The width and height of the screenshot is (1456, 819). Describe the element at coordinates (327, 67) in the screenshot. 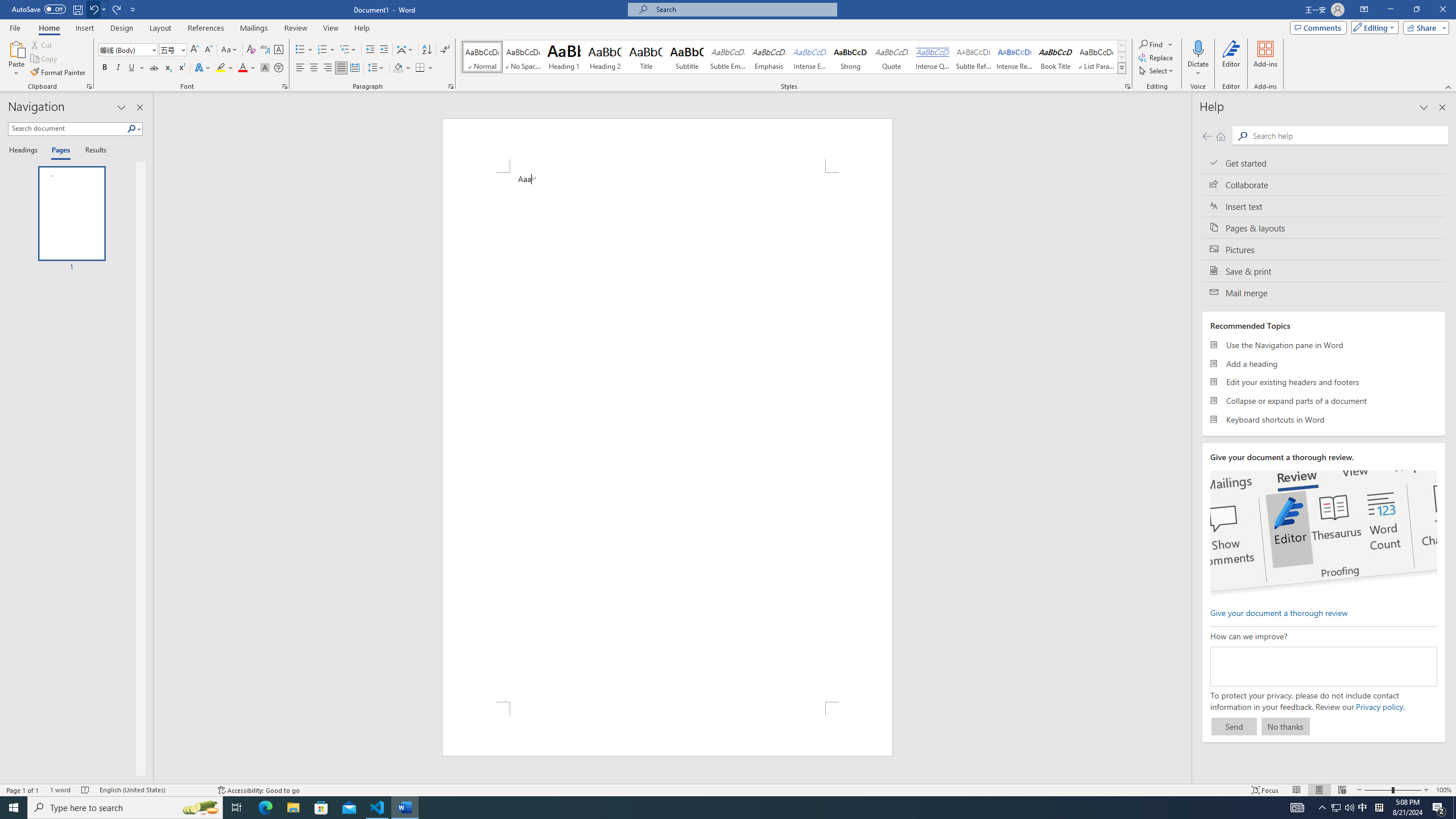

I see `'Align Right'` at that location.